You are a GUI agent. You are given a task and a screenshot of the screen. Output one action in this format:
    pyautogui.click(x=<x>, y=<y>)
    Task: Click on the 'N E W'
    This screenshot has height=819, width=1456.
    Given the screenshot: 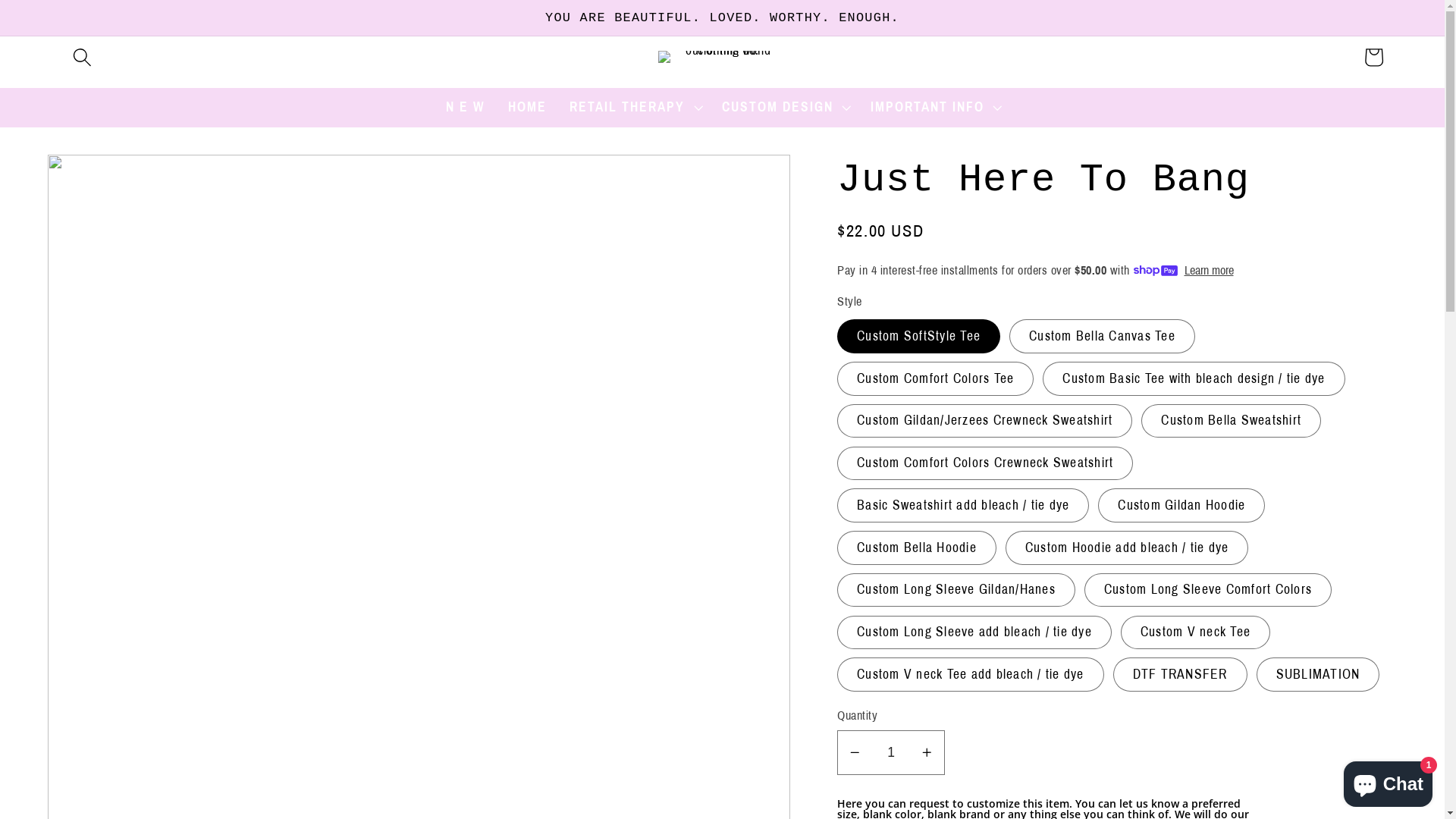 What is the action you would take?
    pyautogui.click(x=465, y=107)
    